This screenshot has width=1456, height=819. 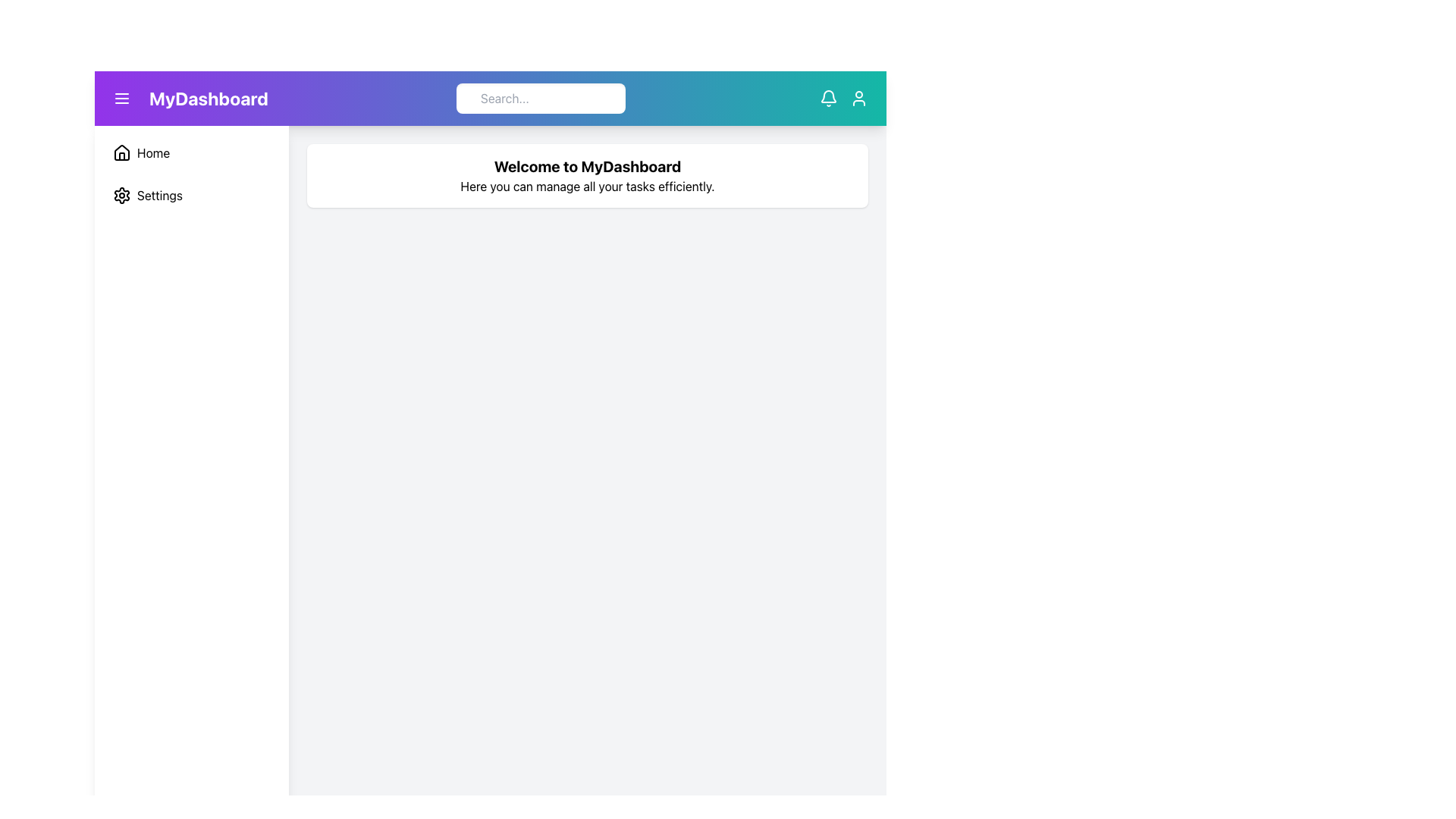 What do you see at coordinates (828, 99) in the screenshot?
I see `the notification bell icon button, which is a simple outline style bell icon located in the top-right corner of the application interface, to visually highlight it` at bounding box center [828, 99].